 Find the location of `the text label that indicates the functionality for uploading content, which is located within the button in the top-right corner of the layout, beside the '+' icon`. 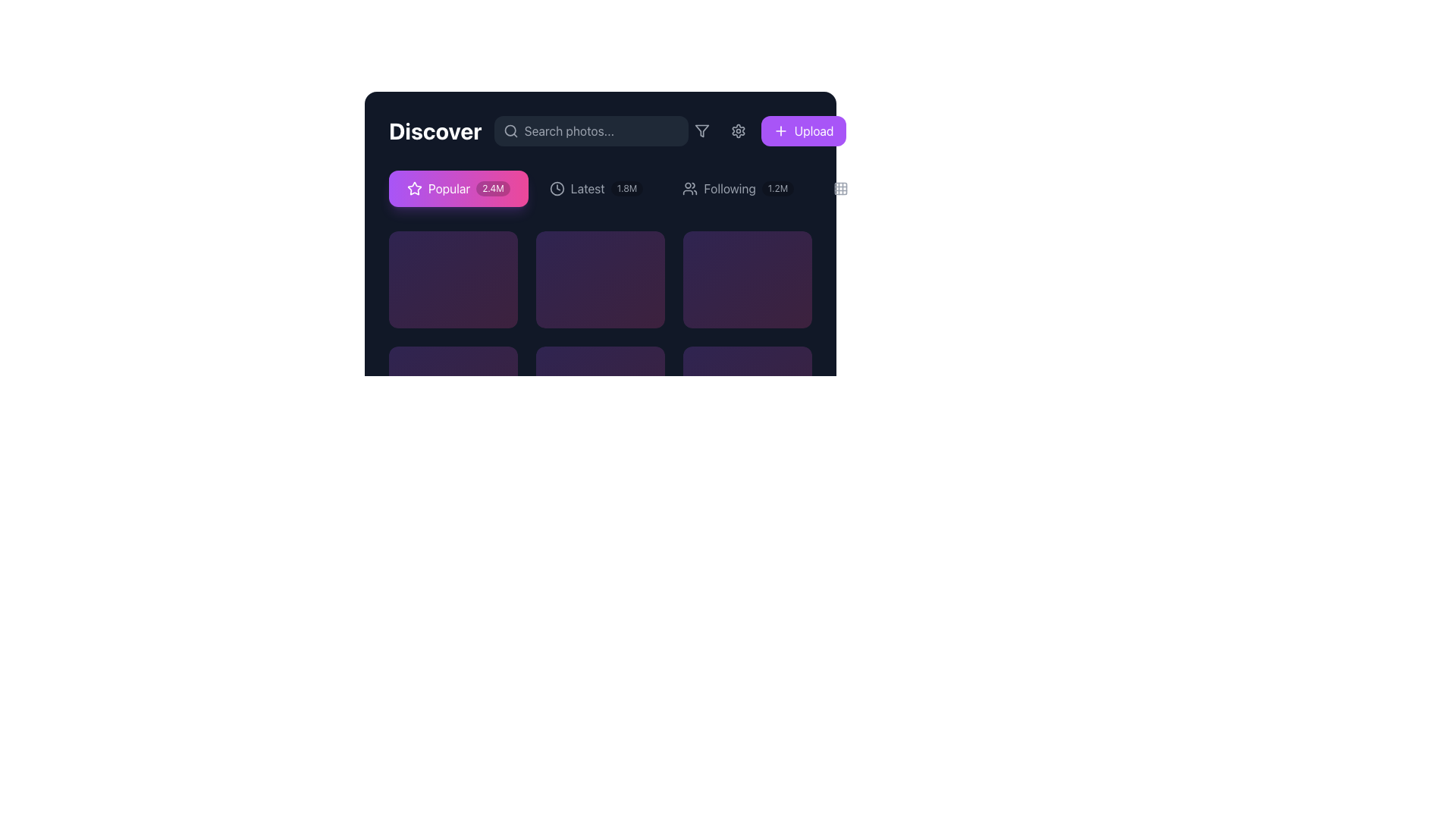

the text label that indicates the functionality for uploading content, which is located within the button in the top-right corner of the layout, beside the '+' icon is located at coordinates (813, 130).